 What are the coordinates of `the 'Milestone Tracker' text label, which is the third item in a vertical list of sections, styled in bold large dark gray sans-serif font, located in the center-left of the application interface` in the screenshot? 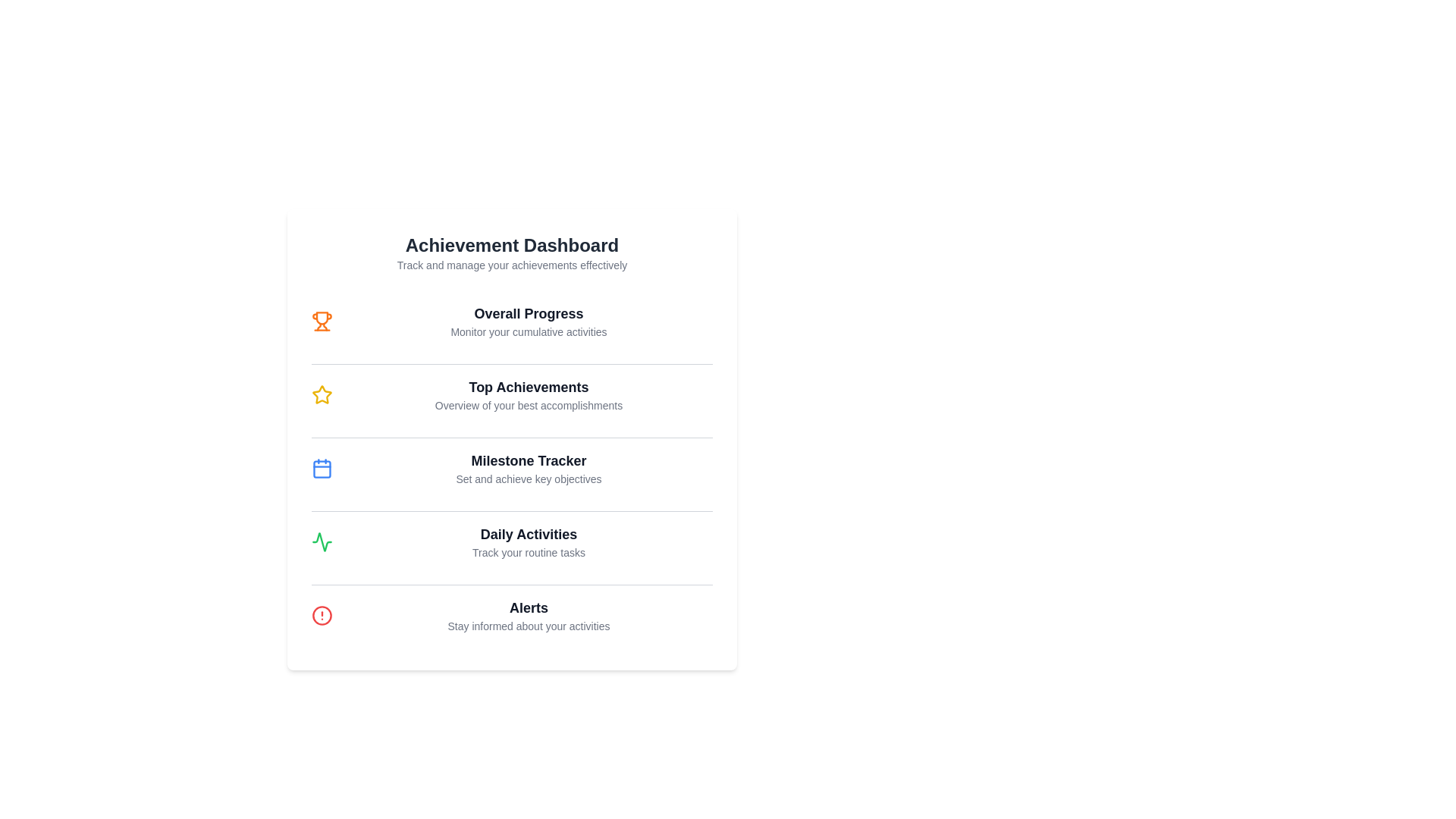 It's located at (529, 460).